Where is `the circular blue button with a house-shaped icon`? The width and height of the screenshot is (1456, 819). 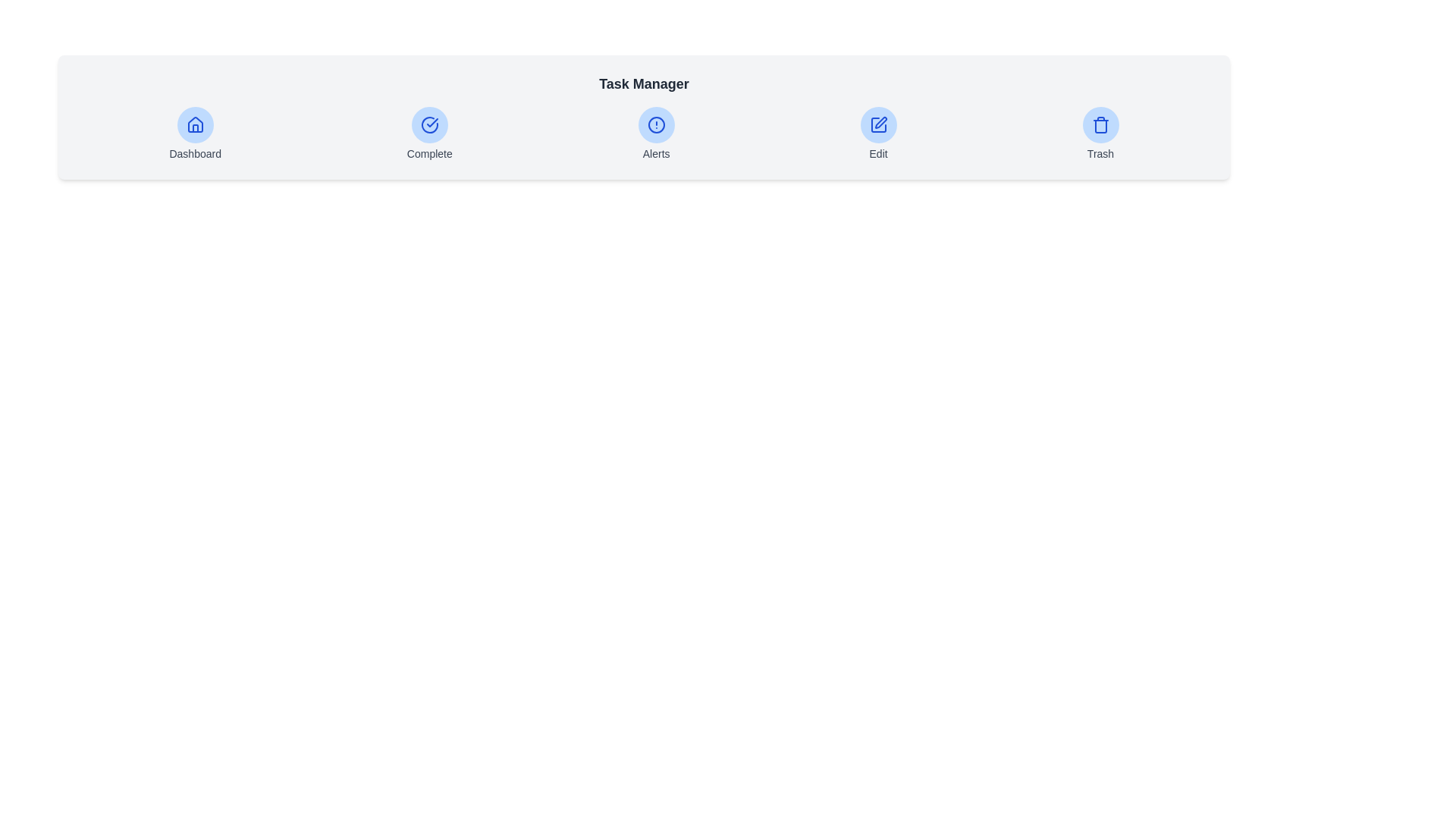 the circular blue button with a house-shaped icon is located at coordinates (194, 124).